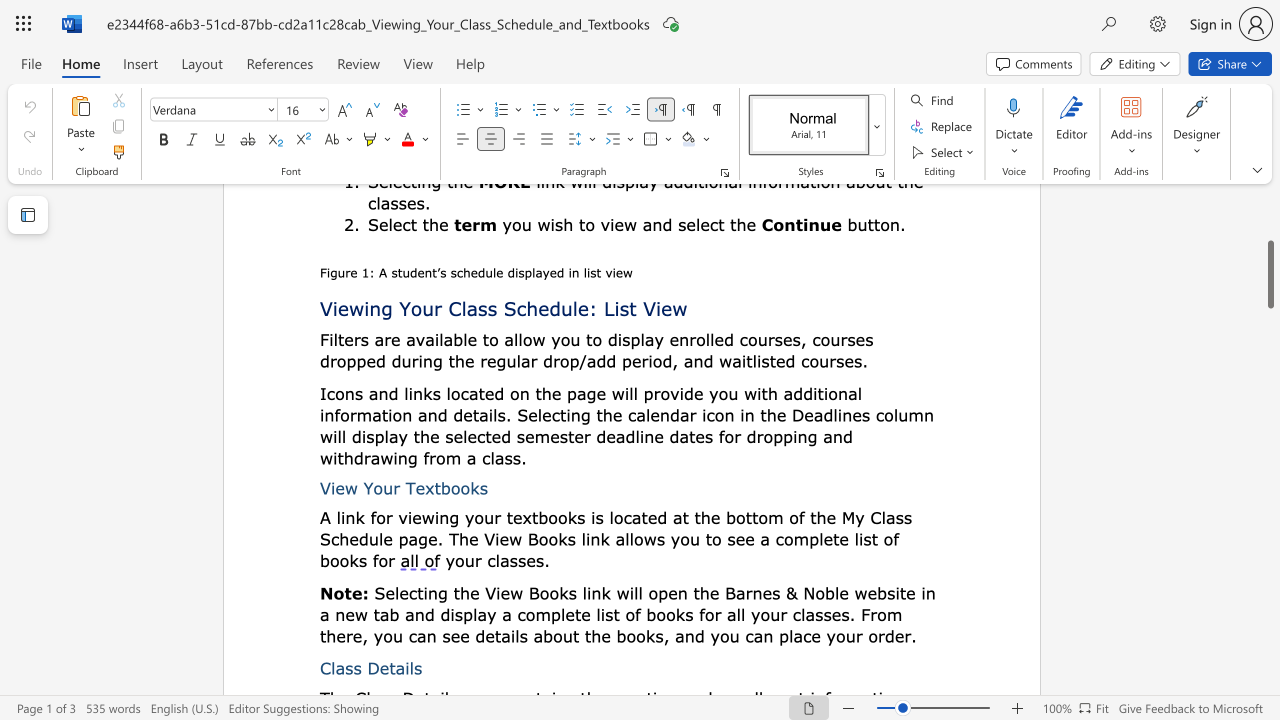  Describe the element at coordinates (1269, 274) in the screenshot. I see `the scrollbar and move up 230 pixels` at that location.